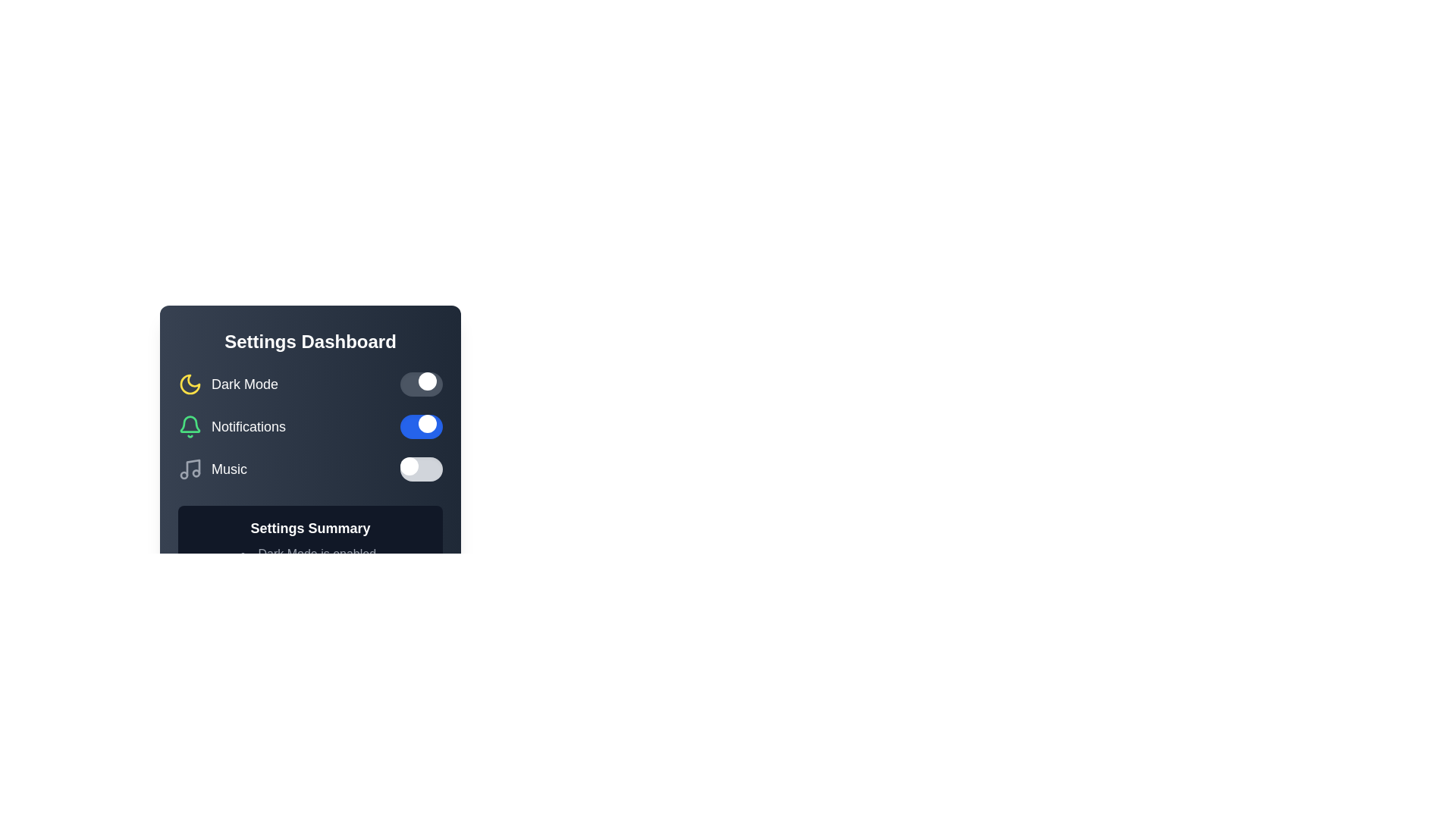 Image resolution: width=1456 pixels, height=819 pixels. What do you see at coordinates (309, 383) in the screenshot?
I see `the Toggle option row that enables or disables the dark mode feature in the Settings Dashboard` at bounding box center [309, 383].